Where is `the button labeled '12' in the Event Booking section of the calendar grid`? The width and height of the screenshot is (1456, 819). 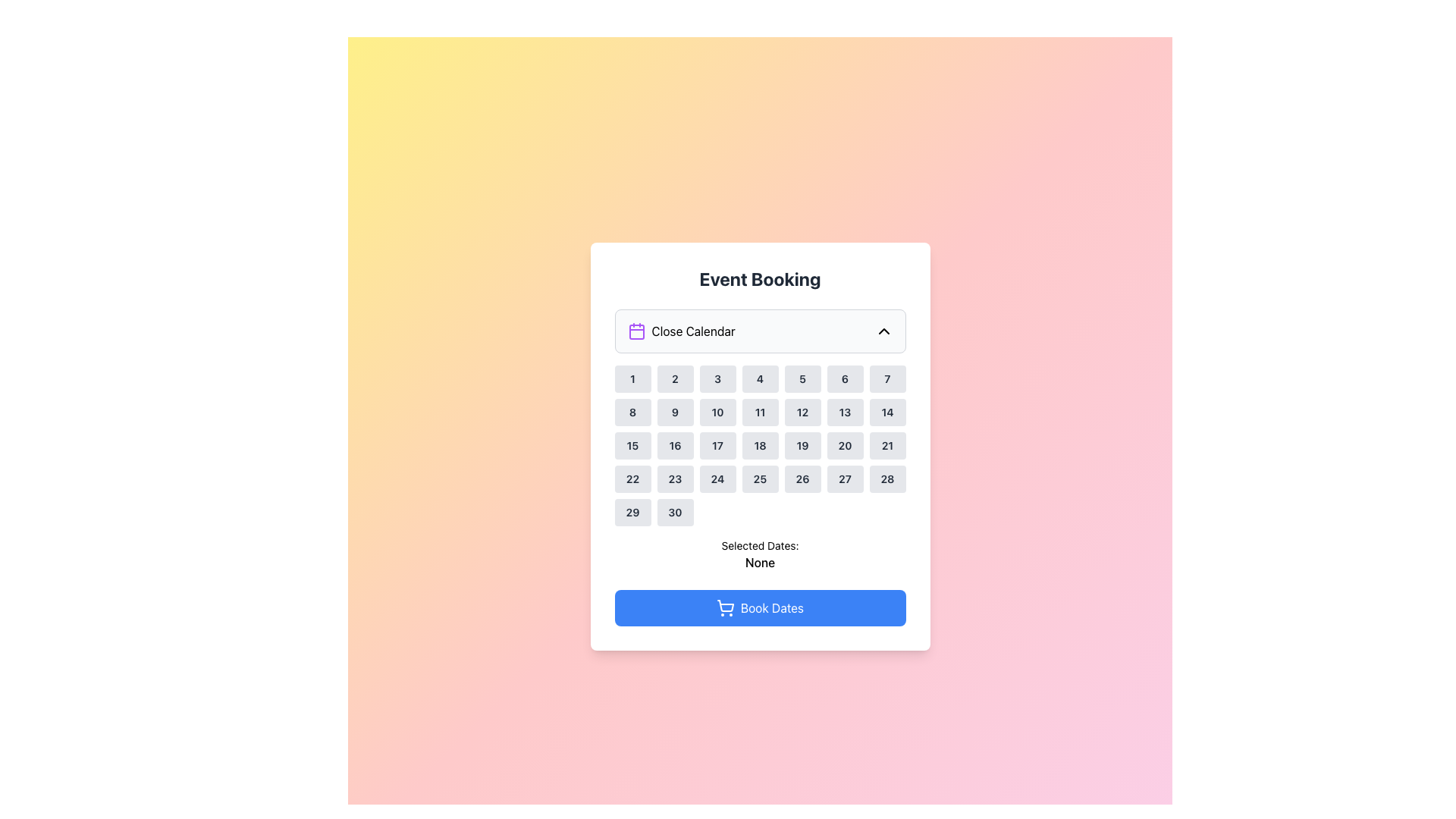
the button labeled '12' in the Event Booking section of the calendar grid is located at coordinates (802, 412).